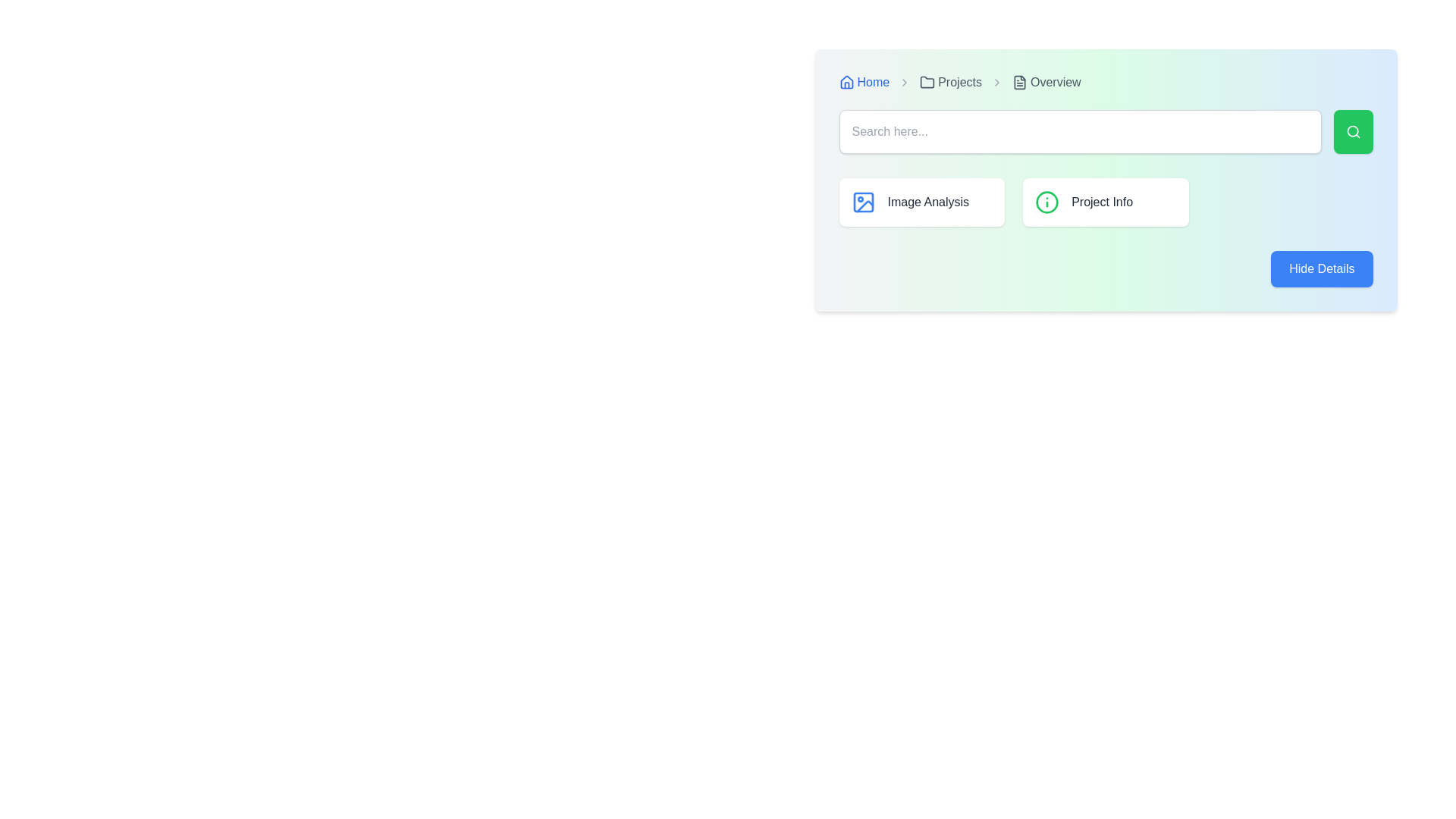 The image size is (1456, 819). I want to click on the roof section of the house icon in the breadcrumb navigation located at the top-left corner of the interface, so click(846, 82).